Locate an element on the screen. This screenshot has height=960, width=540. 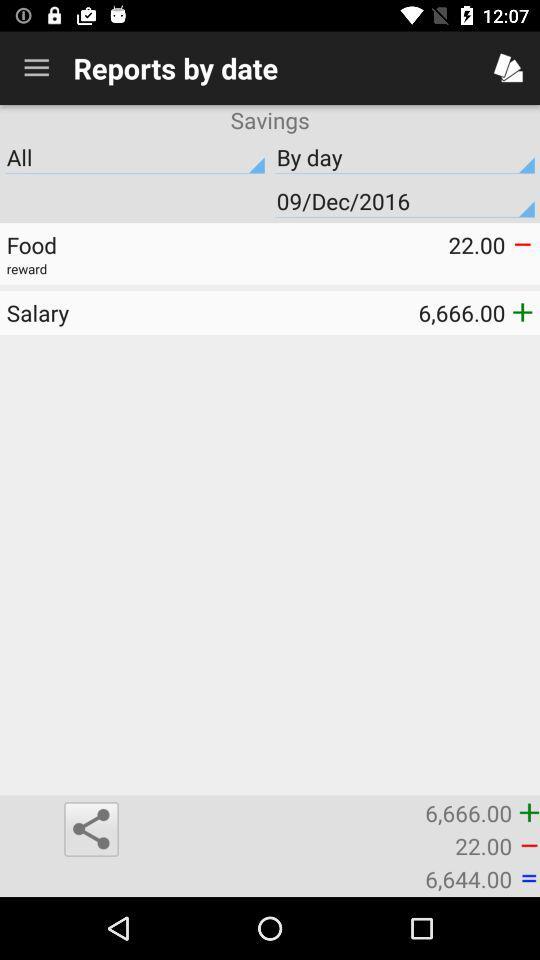
item above 6,666.00 is located at coordinates (137, 312).